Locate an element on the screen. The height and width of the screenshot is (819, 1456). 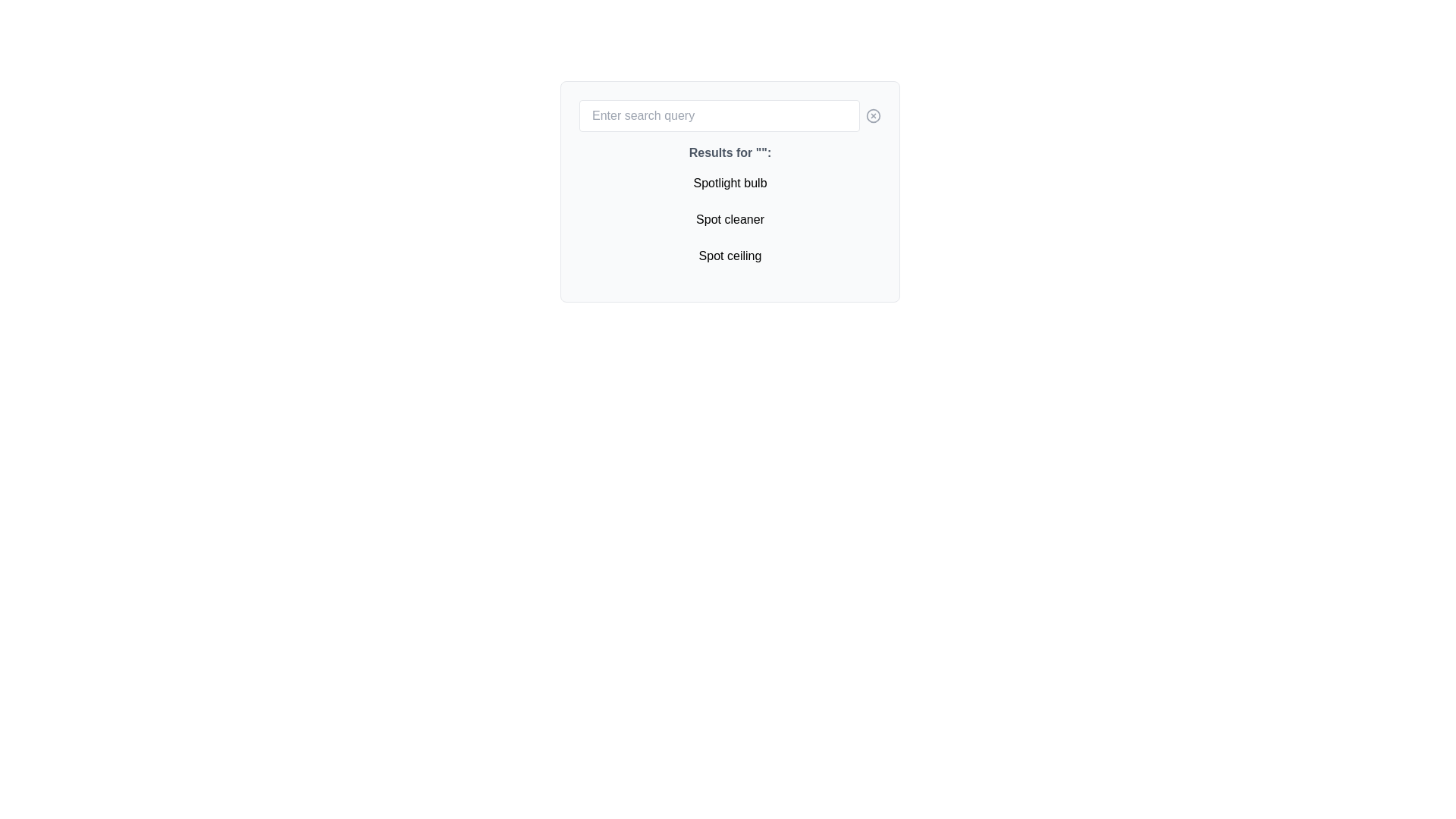
the lowercase letter 'p' in the text string 'Spot ceiling', which is the third character of the word 'Spot' located under the 'Results for' section is located at coordinates (709, 255).